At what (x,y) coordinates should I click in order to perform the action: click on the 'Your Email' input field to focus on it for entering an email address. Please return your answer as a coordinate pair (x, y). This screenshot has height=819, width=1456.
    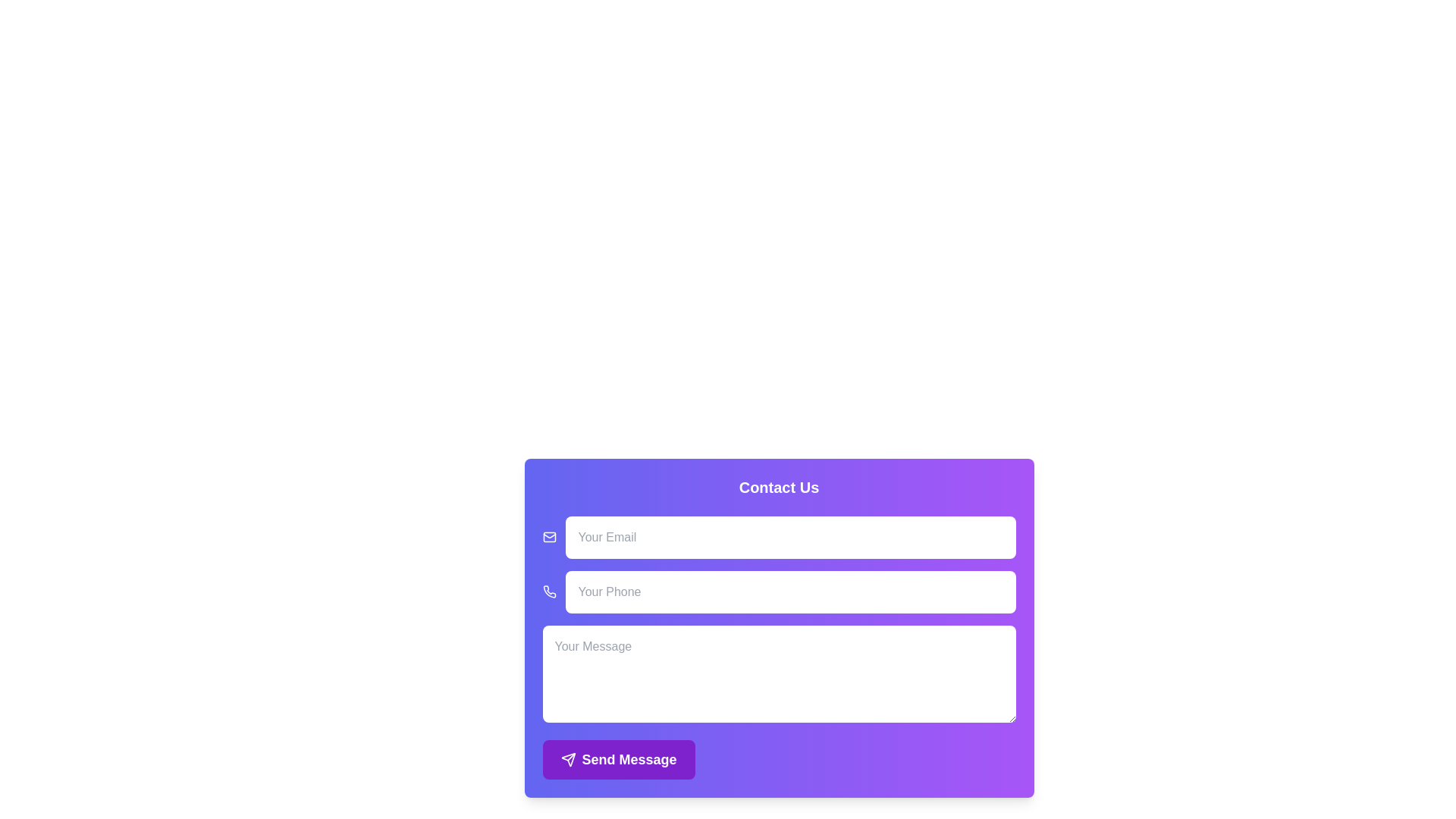
    Looking at the image, I should click on (779, 537).